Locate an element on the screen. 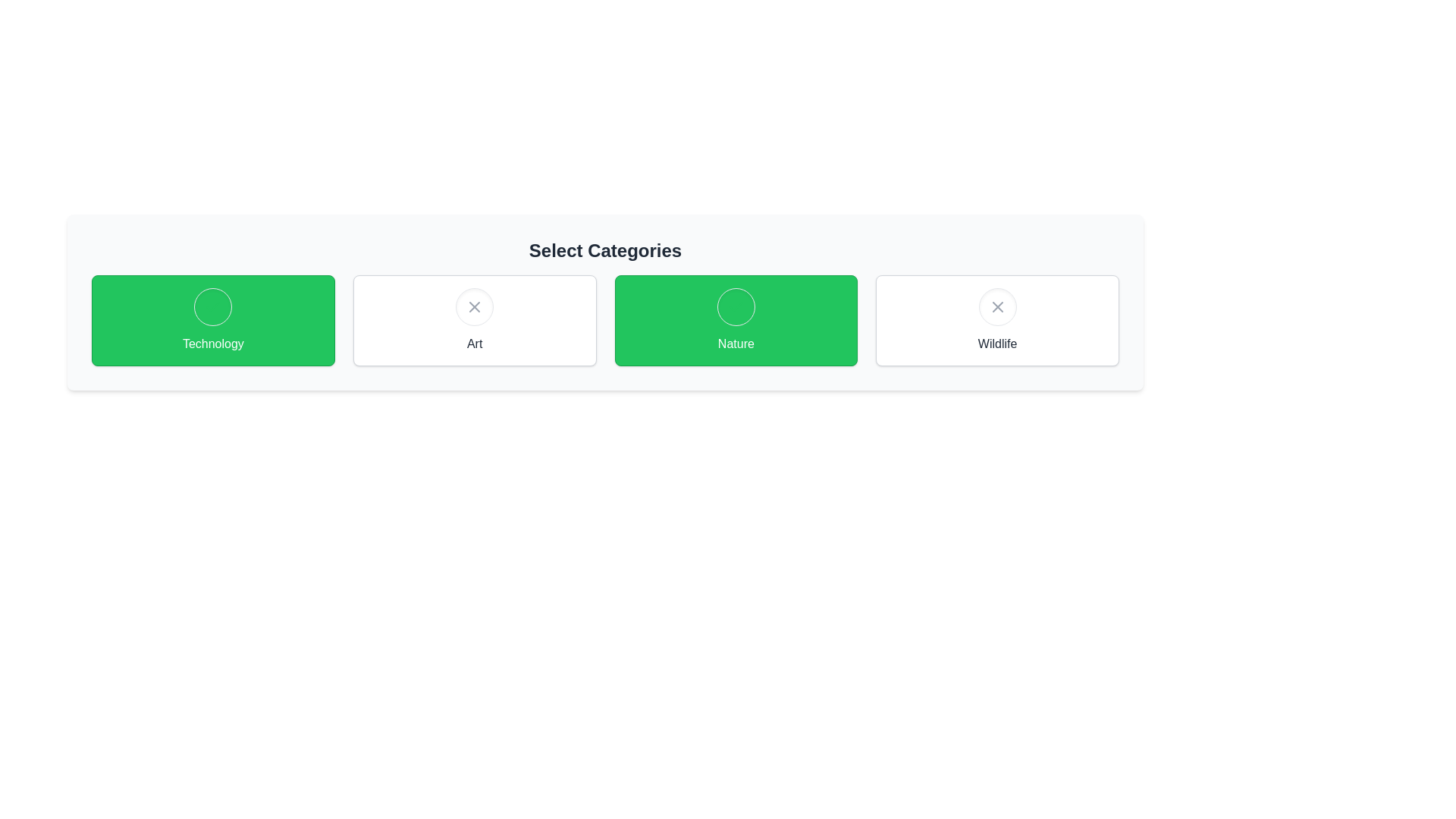 This screenshot has width=1456, height=819. the category chip labeled Technology is located at coordinates (212, 320).